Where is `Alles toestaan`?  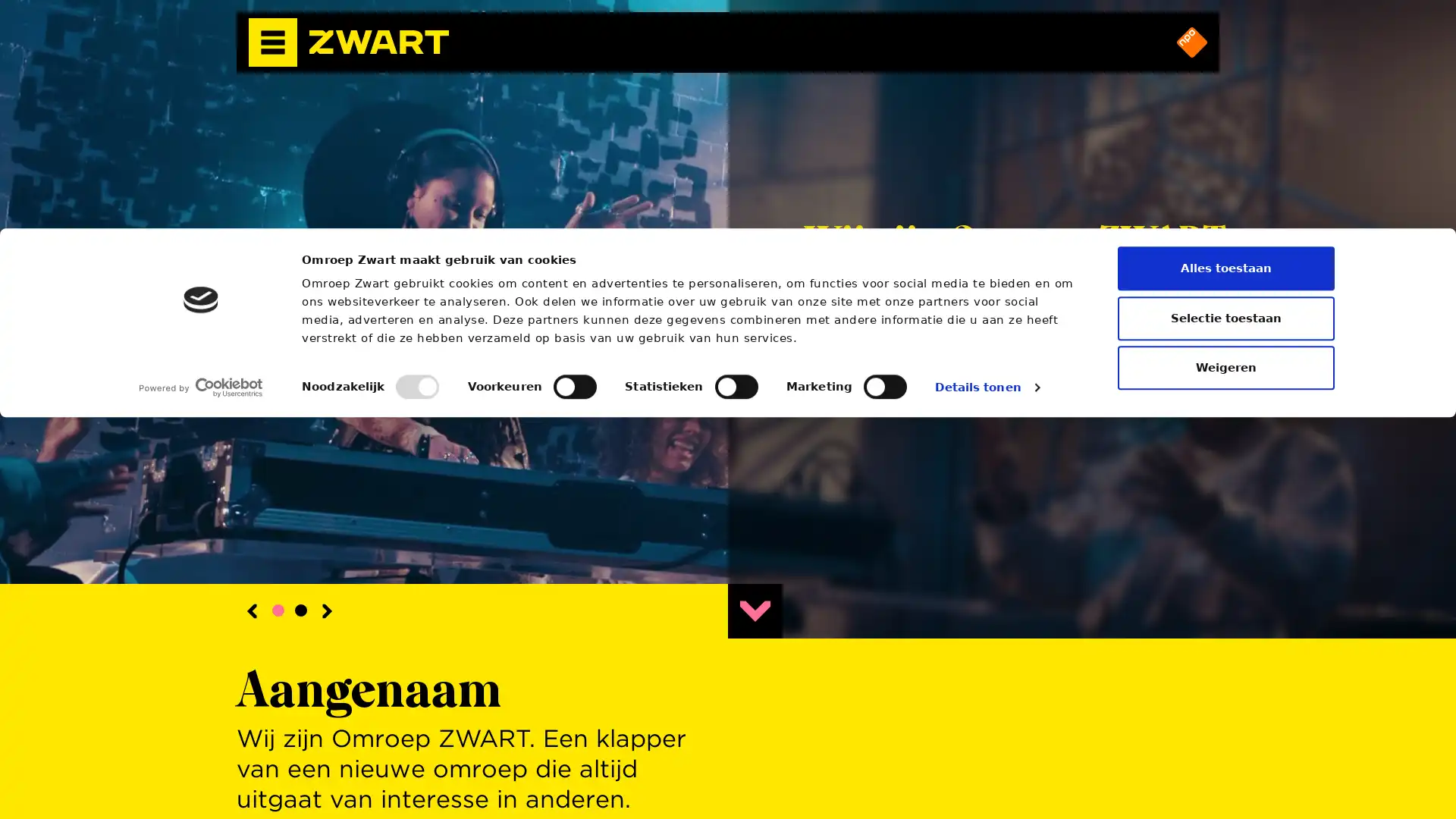
Alles toestaan is located at coordinates (1226, 669).